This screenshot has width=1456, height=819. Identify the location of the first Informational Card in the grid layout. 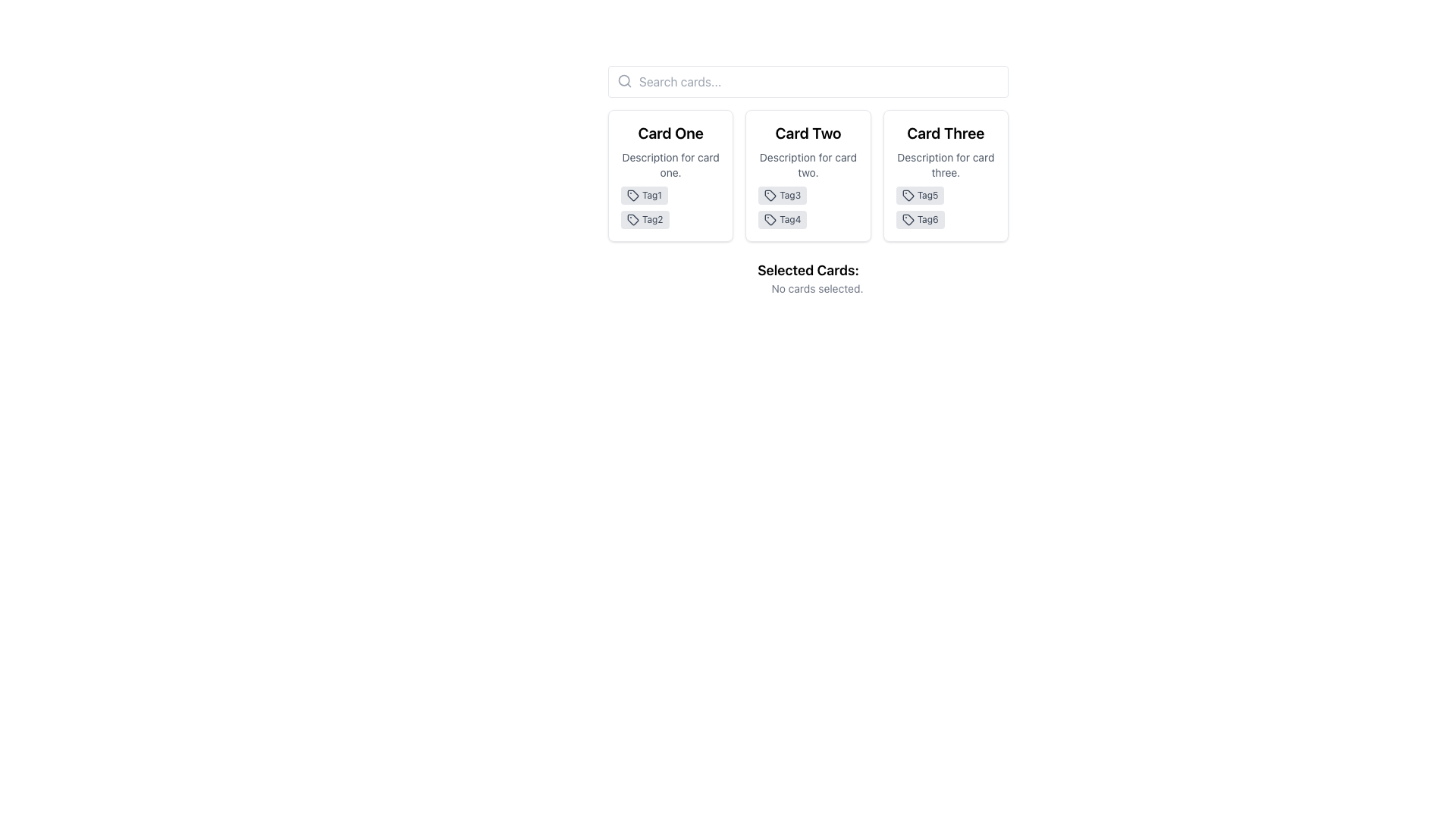
(670, 174).